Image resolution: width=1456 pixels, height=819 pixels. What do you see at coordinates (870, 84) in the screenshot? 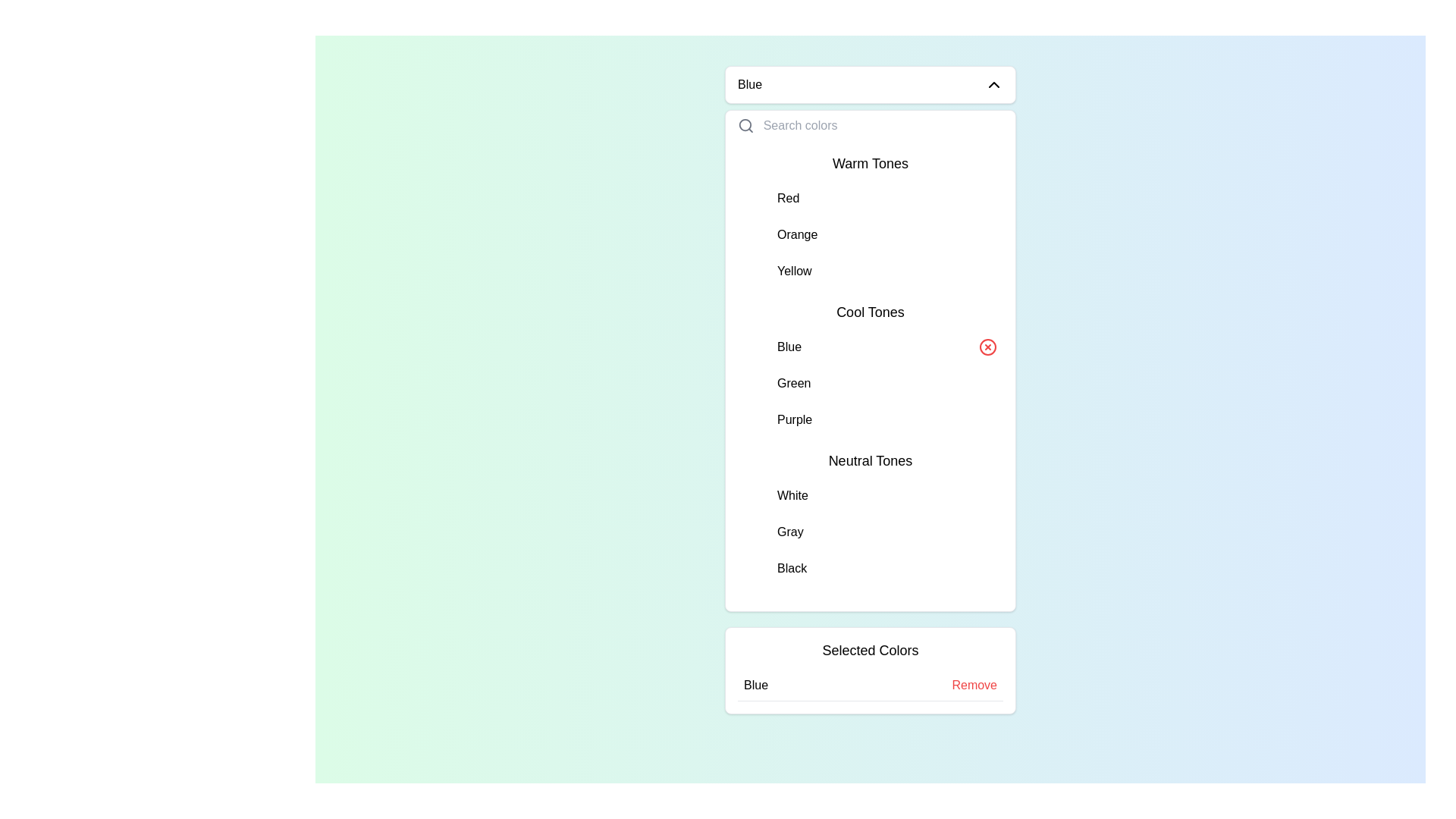
I see `the Dropdown toggle button labeled 'Blue' at the top of the dropdown menu for keyboard interaction` at bounding box center [870, 84].